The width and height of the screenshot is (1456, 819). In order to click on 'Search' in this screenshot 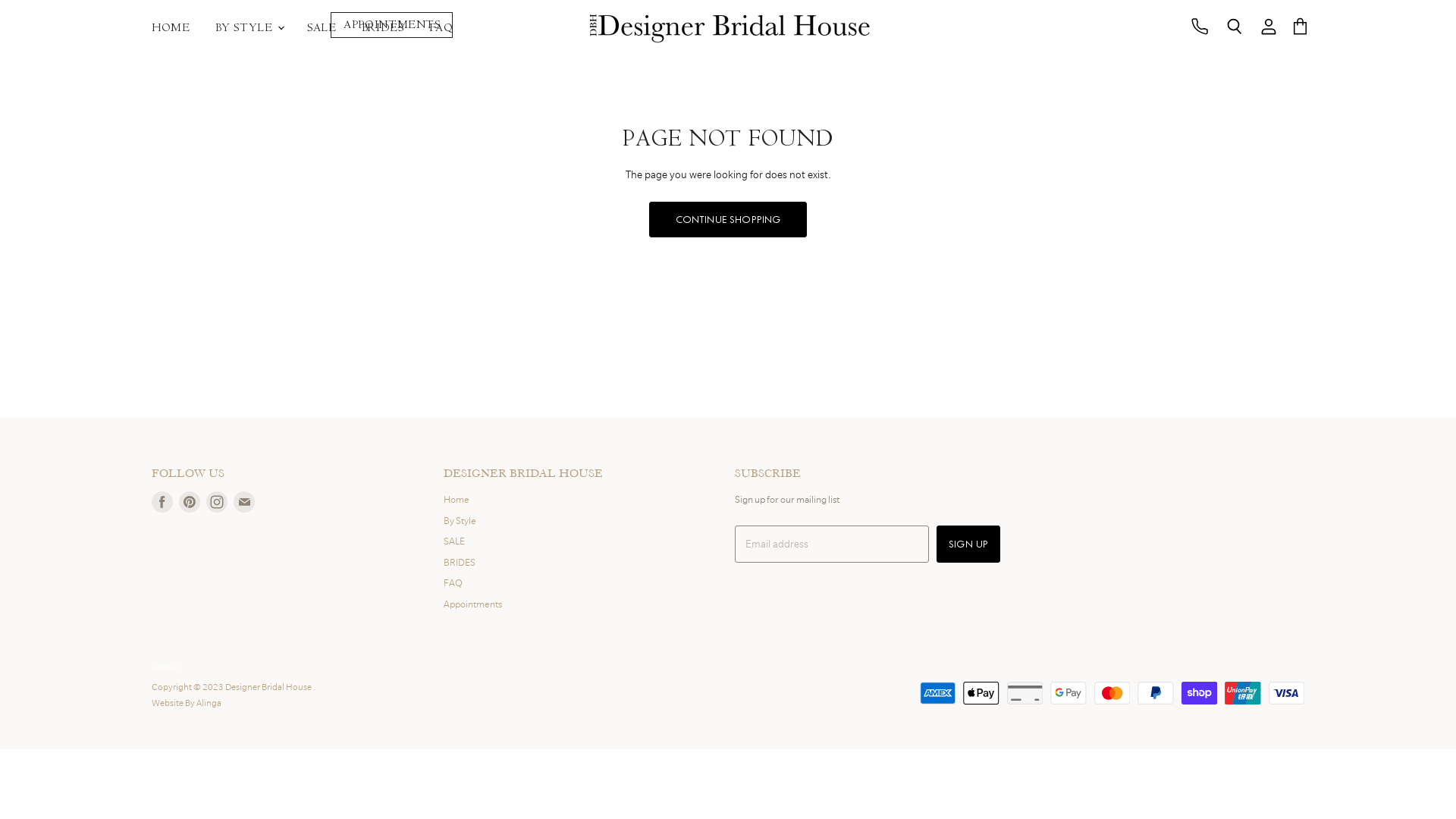, I will do `click(152, 666)`.